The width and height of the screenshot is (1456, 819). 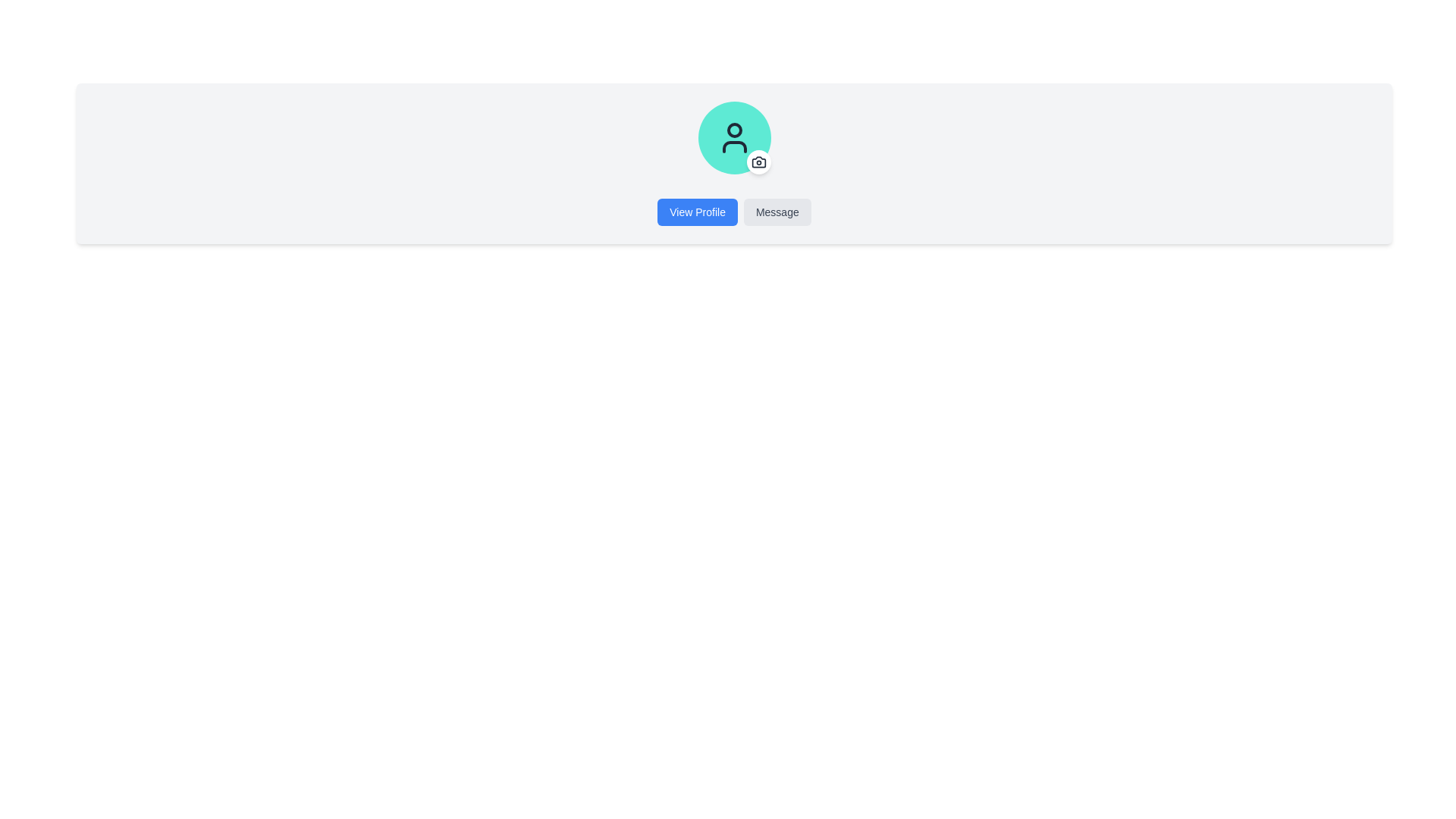 What do you see at coordinates (777, 212) in the screenshot?
I see `the 'Message' button, which is a rectangular button with rounded corners, located to the right of the 'View Profile' button, to initiate messaging` at bounding box center [777, 212].